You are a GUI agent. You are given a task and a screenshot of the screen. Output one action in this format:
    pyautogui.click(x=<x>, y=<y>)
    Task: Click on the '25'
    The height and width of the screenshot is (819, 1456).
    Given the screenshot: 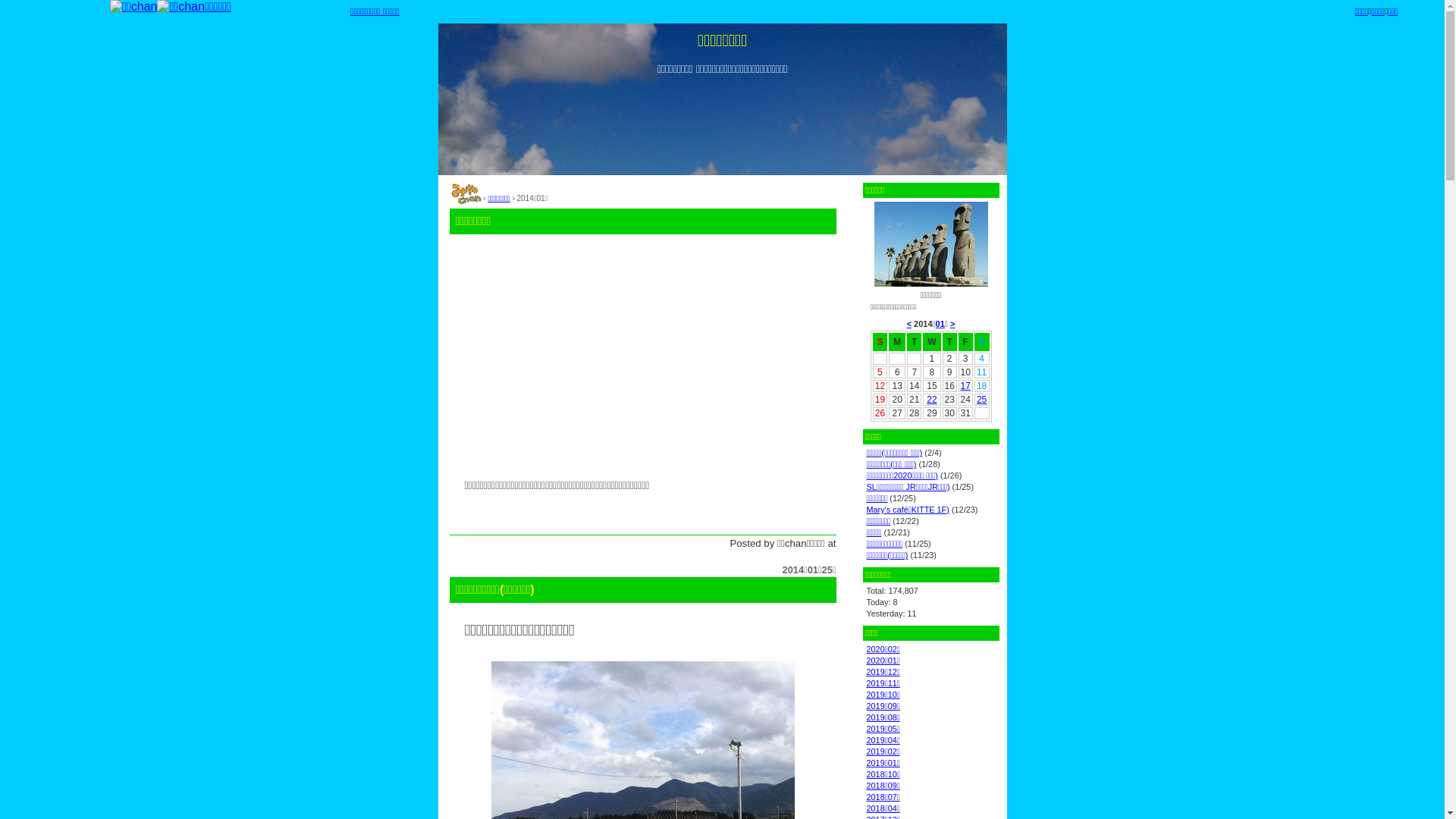 What is the action you would take?
    pyautogui.click(x=981, y=399)
    